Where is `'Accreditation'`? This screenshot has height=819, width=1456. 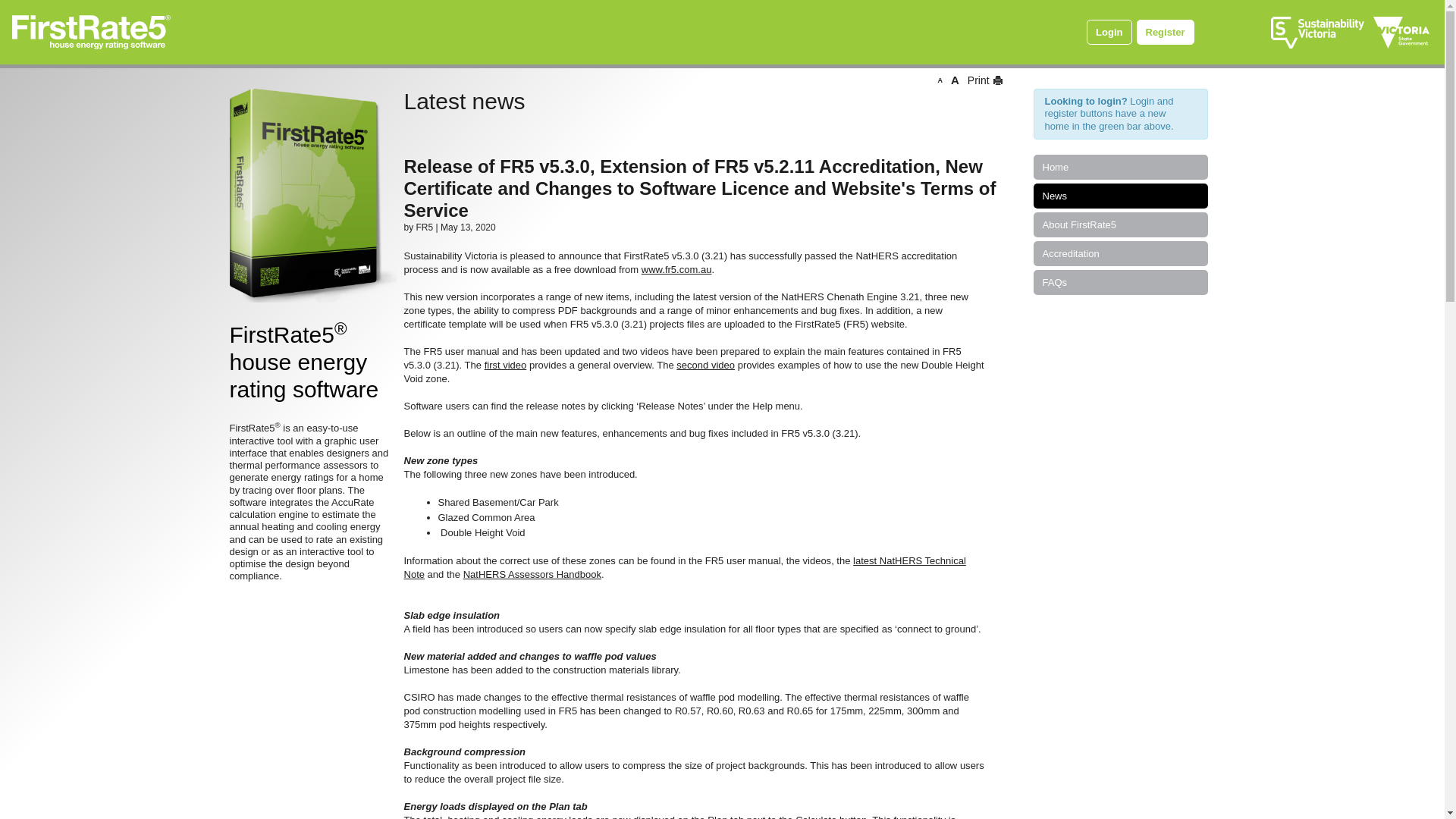 'Accreditation' is located at coordinates (1120, 253).